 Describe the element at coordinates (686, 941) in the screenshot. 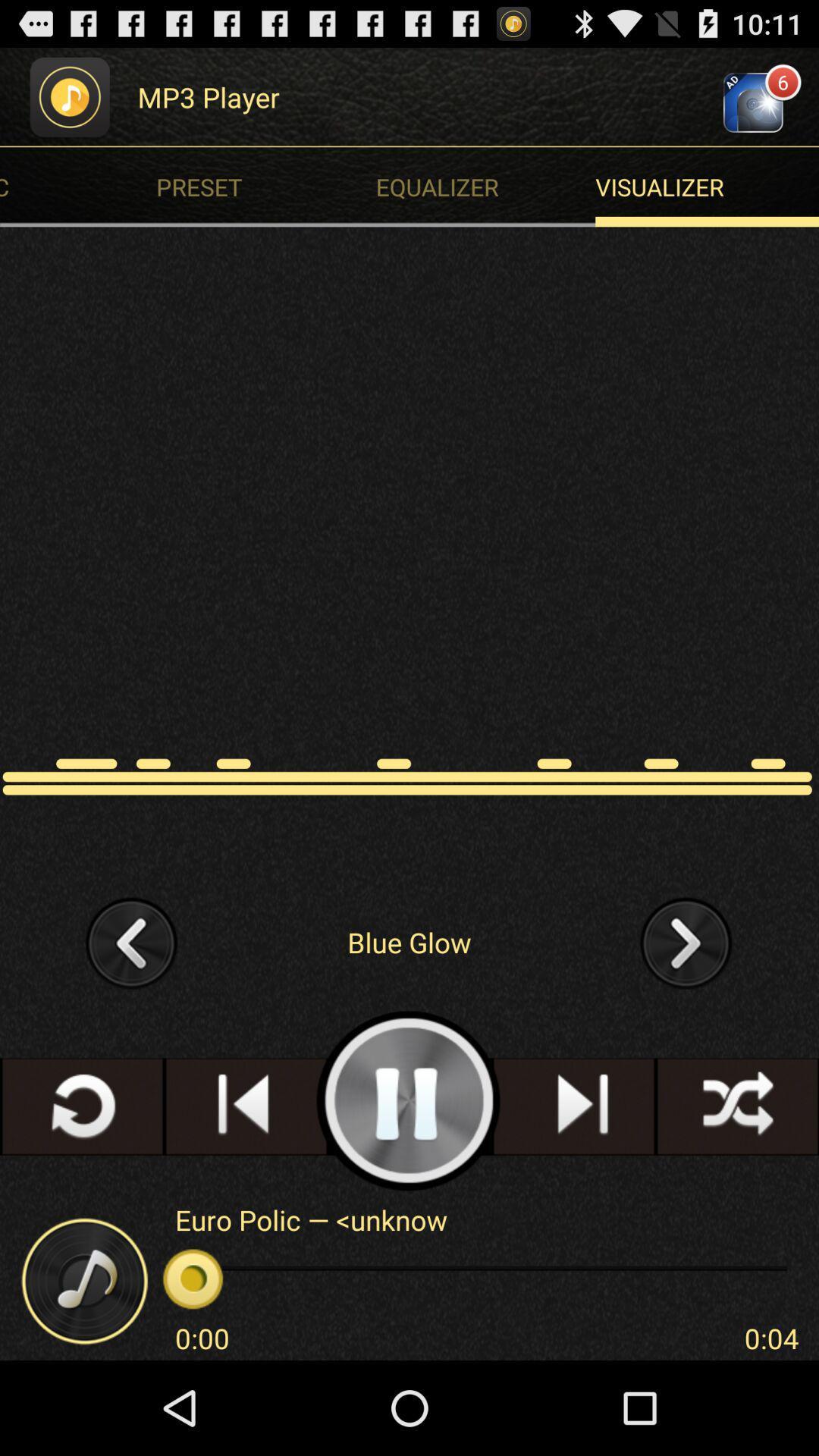

I see `icon on the right` at that location.